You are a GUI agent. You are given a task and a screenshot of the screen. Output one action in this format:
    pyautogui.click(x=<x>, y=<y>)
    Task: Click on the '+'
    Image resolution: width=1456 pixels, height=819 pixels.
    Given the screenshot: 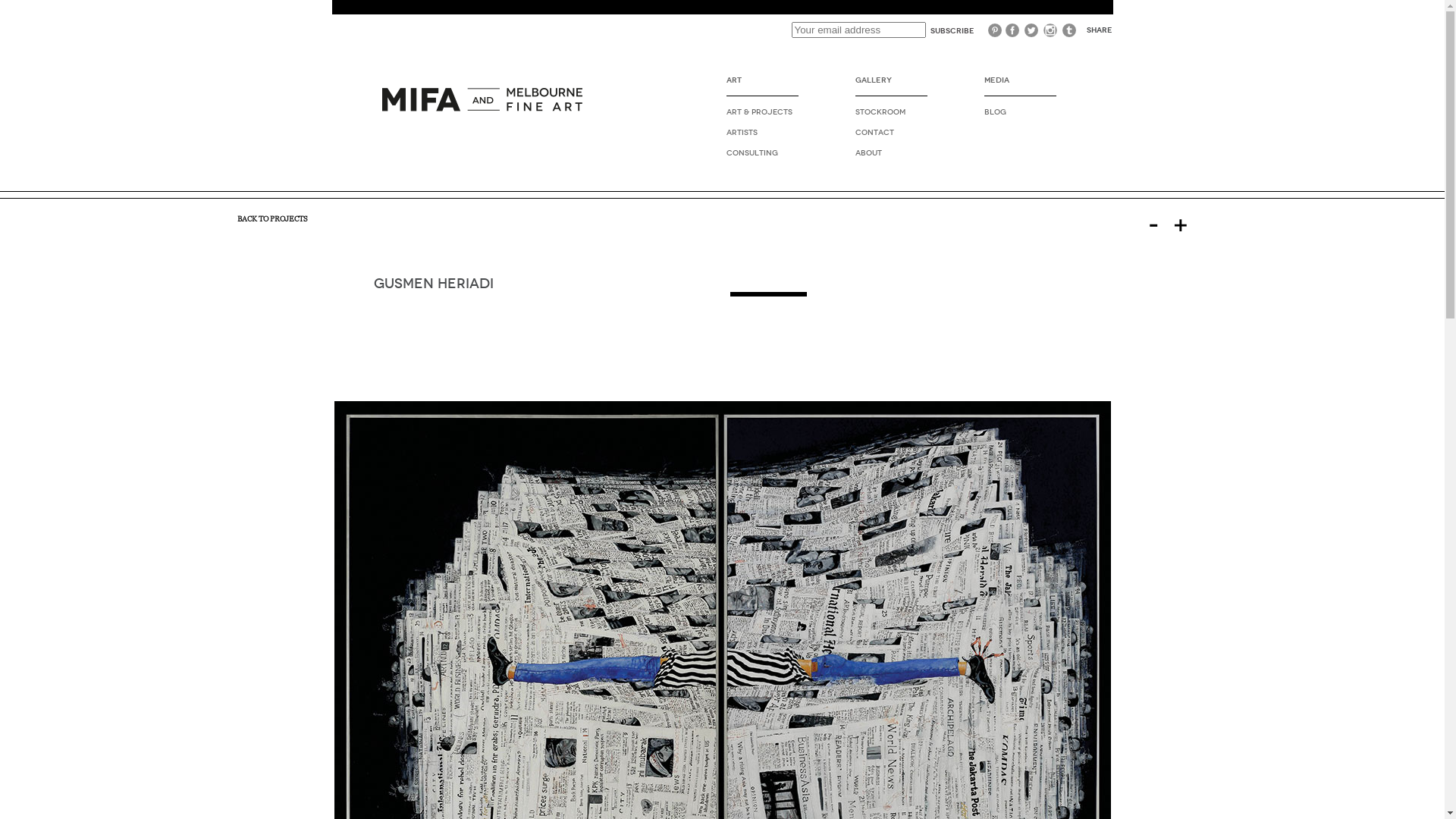 What is the action you would take?
    pyautogui.click(x=1185, y=224)
    